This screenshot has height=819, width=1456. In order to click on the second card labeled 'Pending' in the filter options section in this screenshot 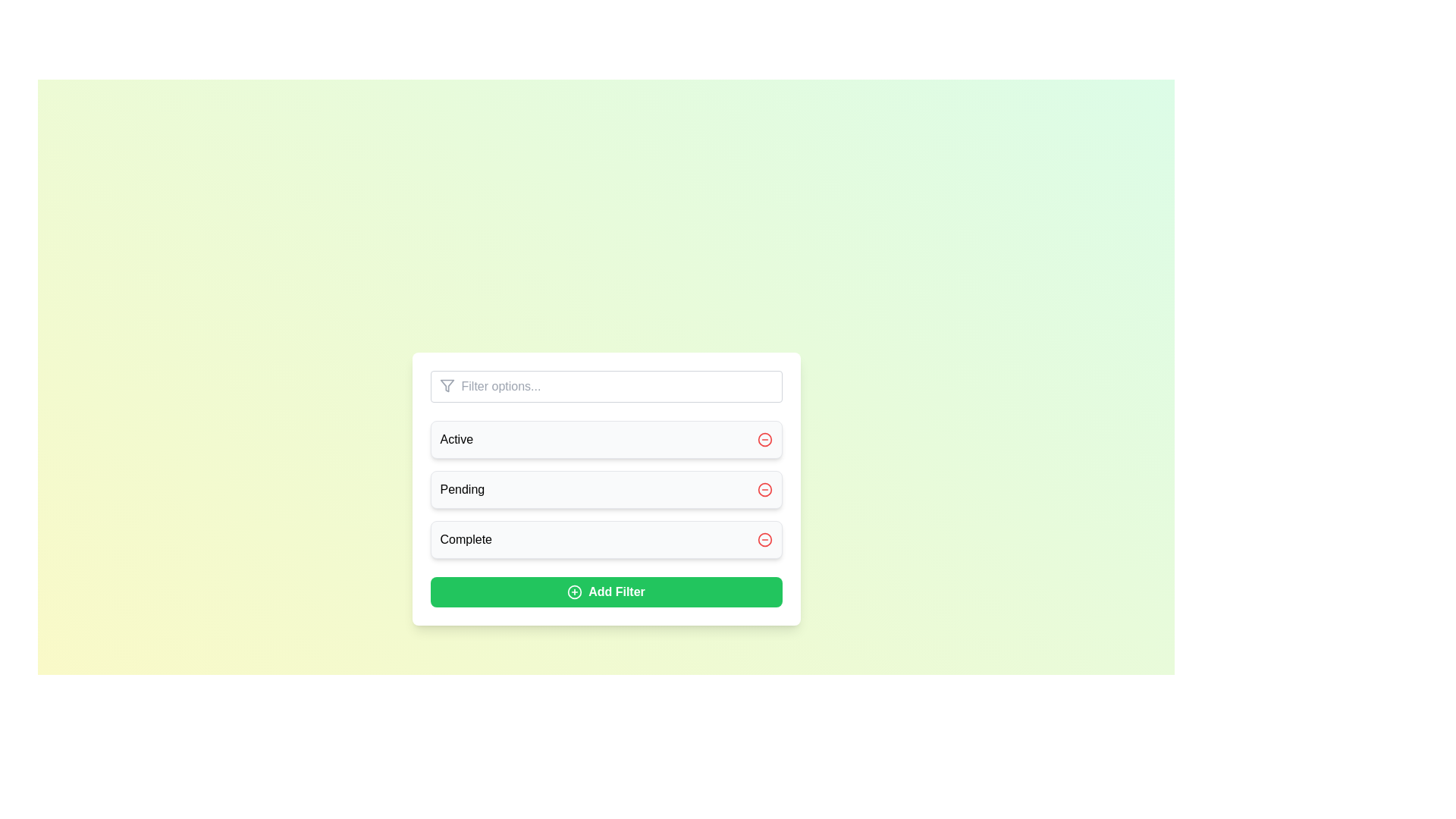, I will do `click(605, 489)`.